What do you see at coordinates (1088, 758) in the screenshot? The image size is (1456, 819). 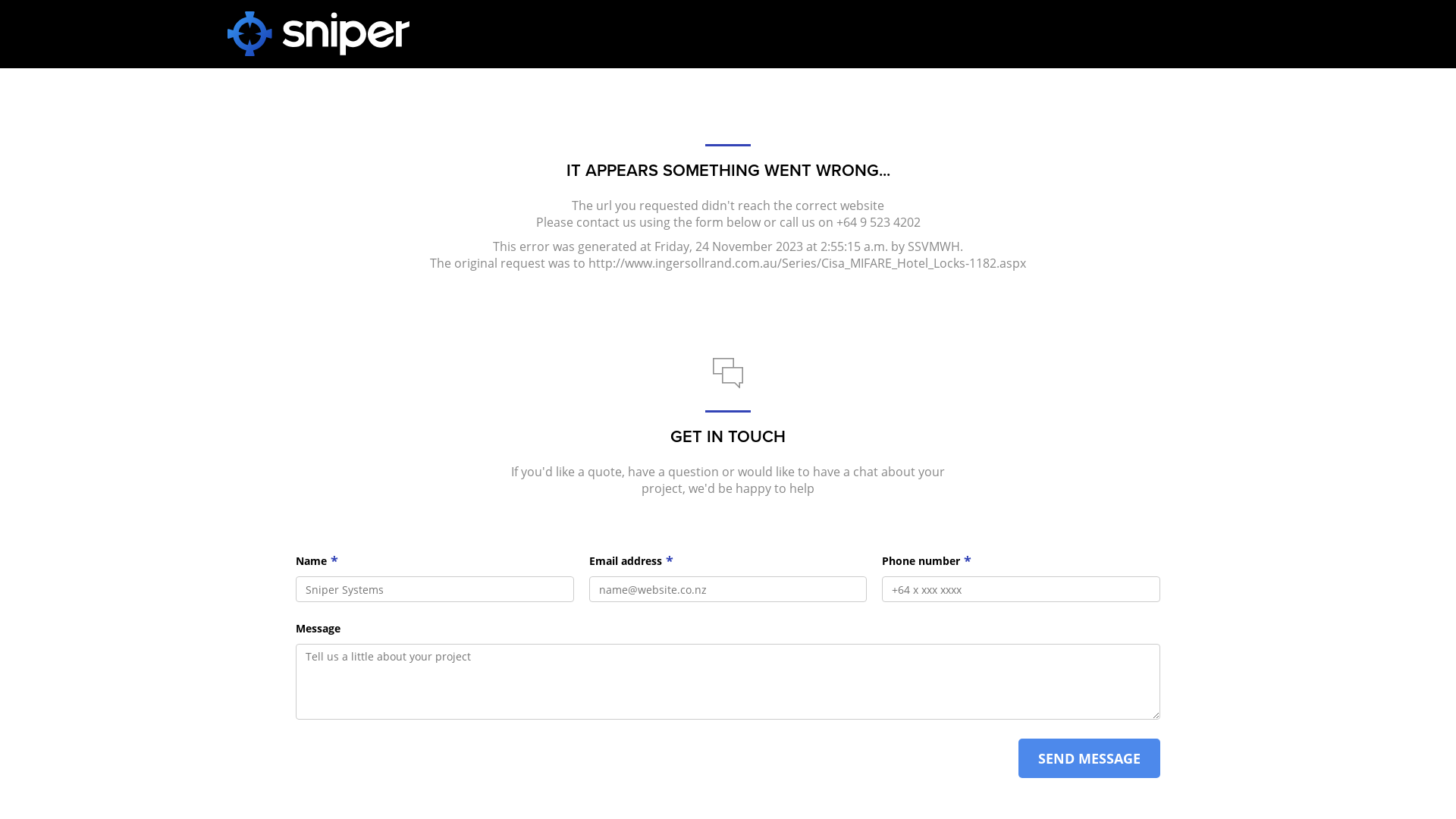 I see `'SEND MESSAGE'` at bounding box center [1088, 758].